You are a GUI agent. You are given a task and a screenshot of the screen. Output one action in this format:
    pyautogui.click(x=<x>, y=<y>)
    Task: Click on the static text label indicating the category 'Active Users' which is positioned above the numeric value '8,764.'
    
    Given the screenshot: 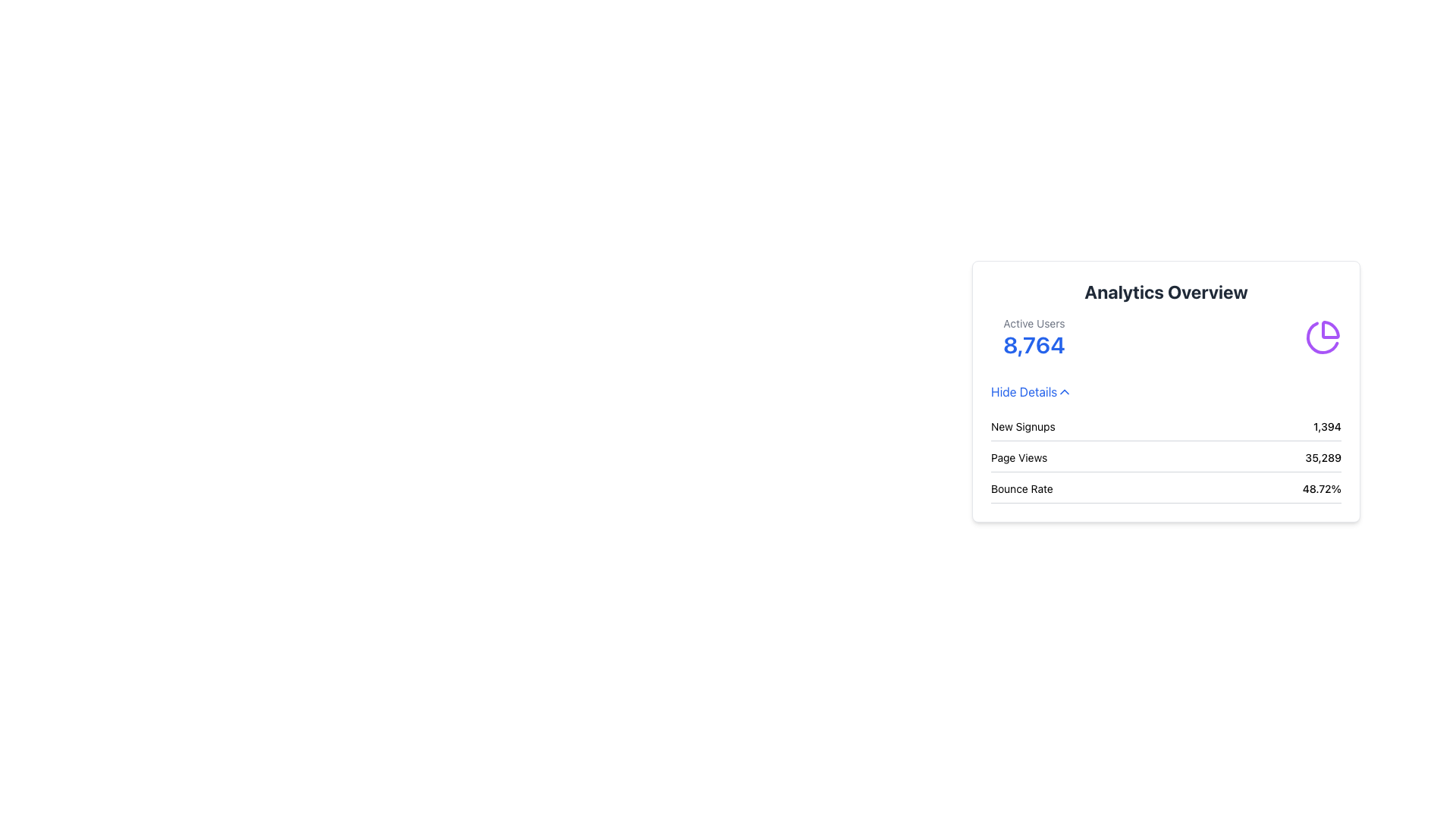 What is the action you would take?
    pyautogui.click(x=1033, y=323)
    